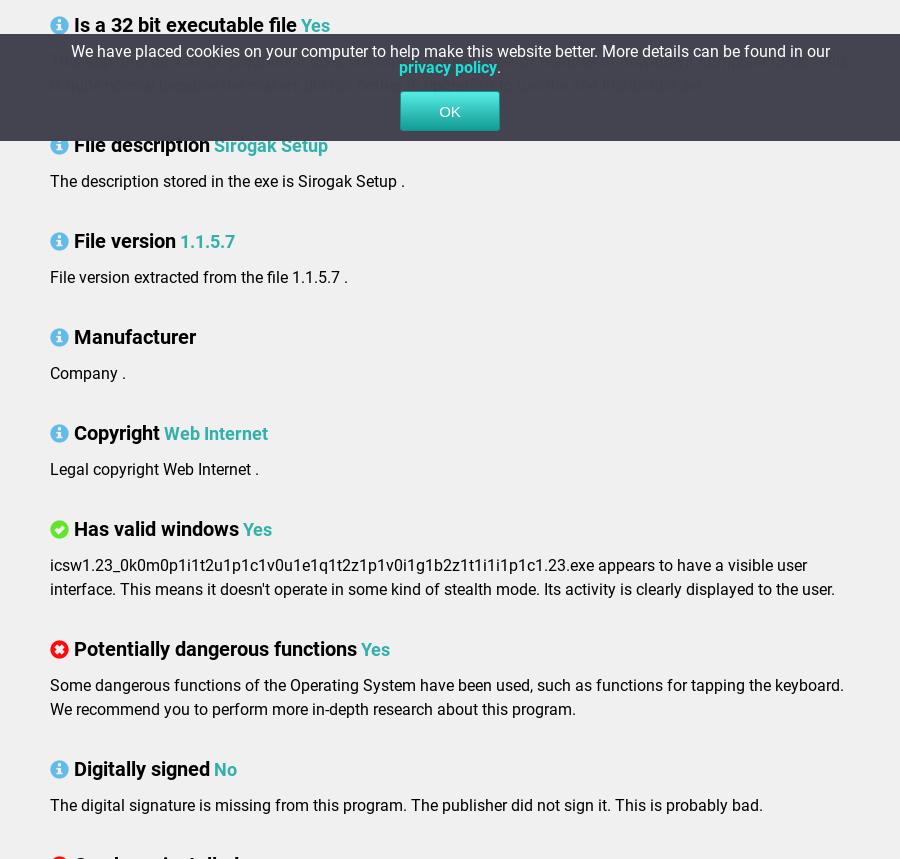  I want to click on 'Some dangerous functions of the Operating System have been used, such as functions for tapping the keyboard. We recommend you to perform more in-depth research about this program.', so click(447, 697).